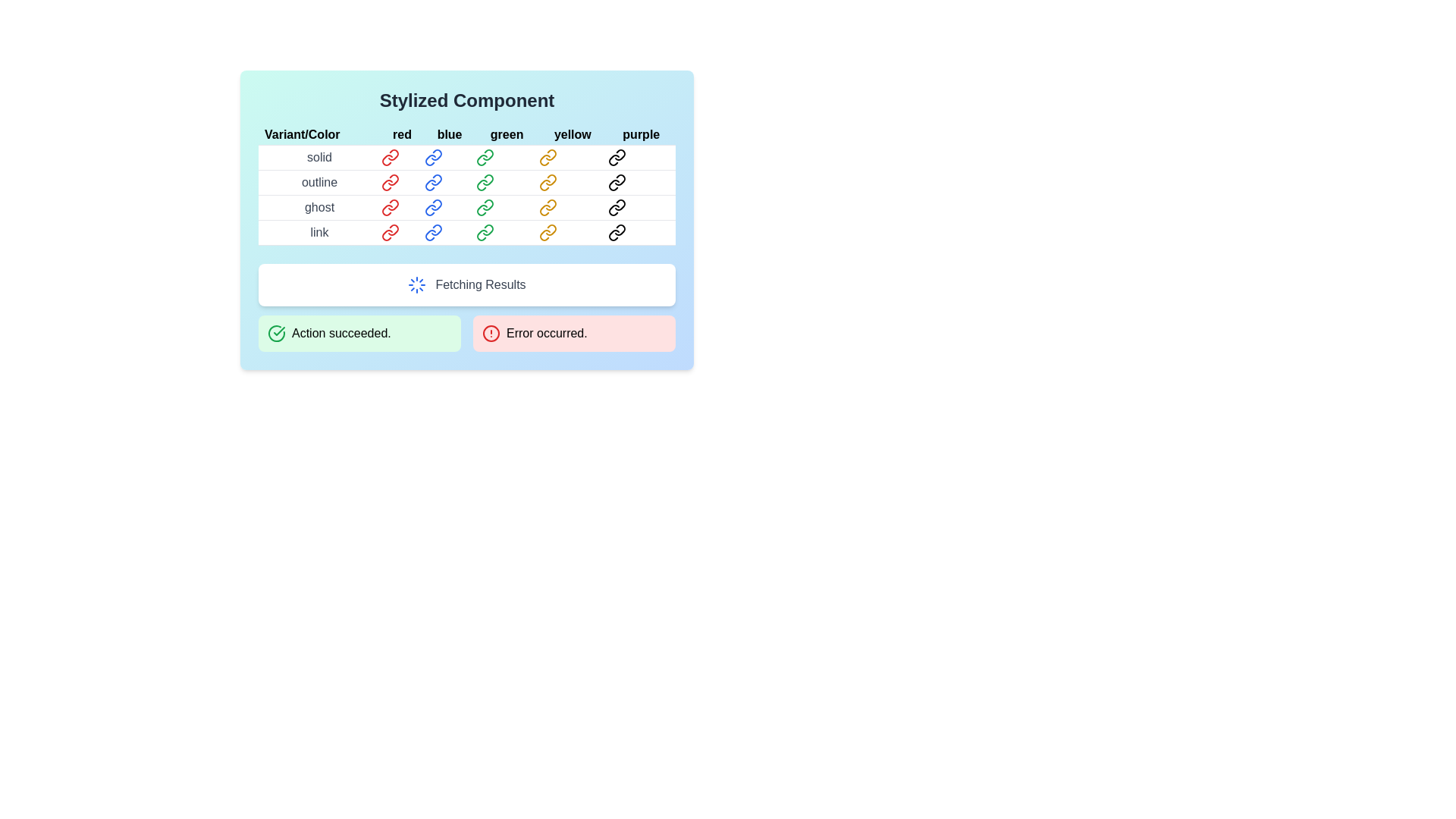 The height and width of the screenshot is (819, 1456). I want to click on the Icon button or hyperlink representing the 'ghost green' resource to change its appearance, so click(485, 207).